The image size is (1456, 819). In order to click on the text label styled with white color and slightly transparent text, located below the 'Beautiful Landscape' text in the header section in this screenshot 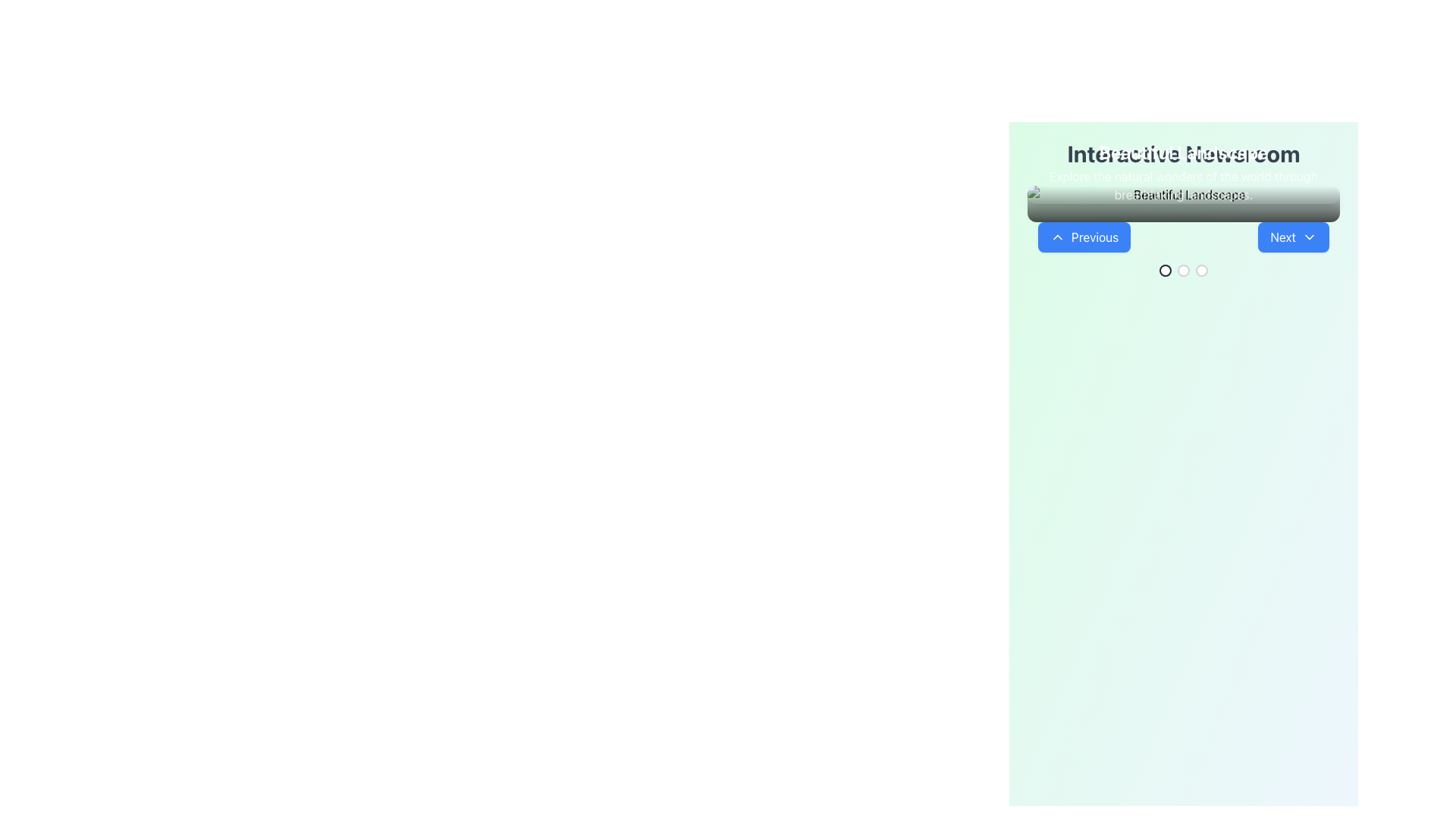, I will do `click(1182, 185)`.